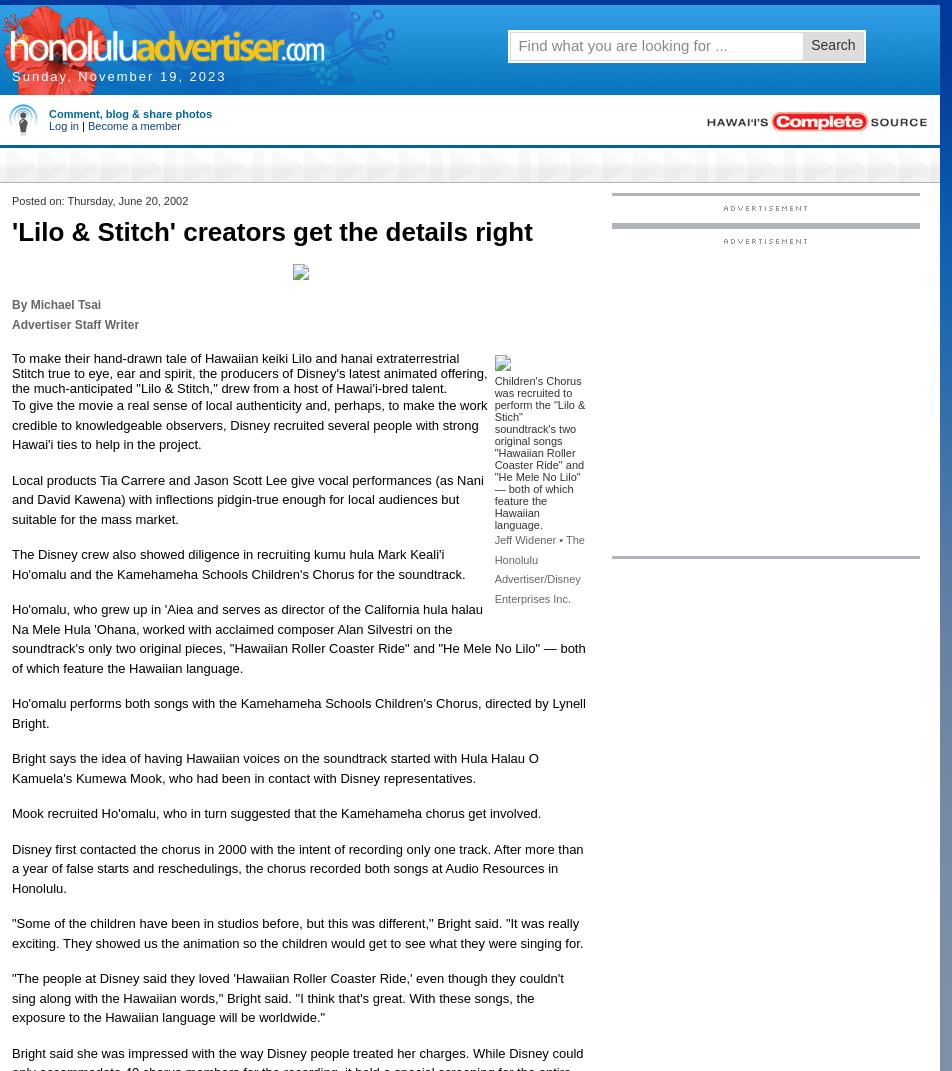 The width and height of the screenshot is (952, 1071). I want to click on 'Search', so click(833, 43).